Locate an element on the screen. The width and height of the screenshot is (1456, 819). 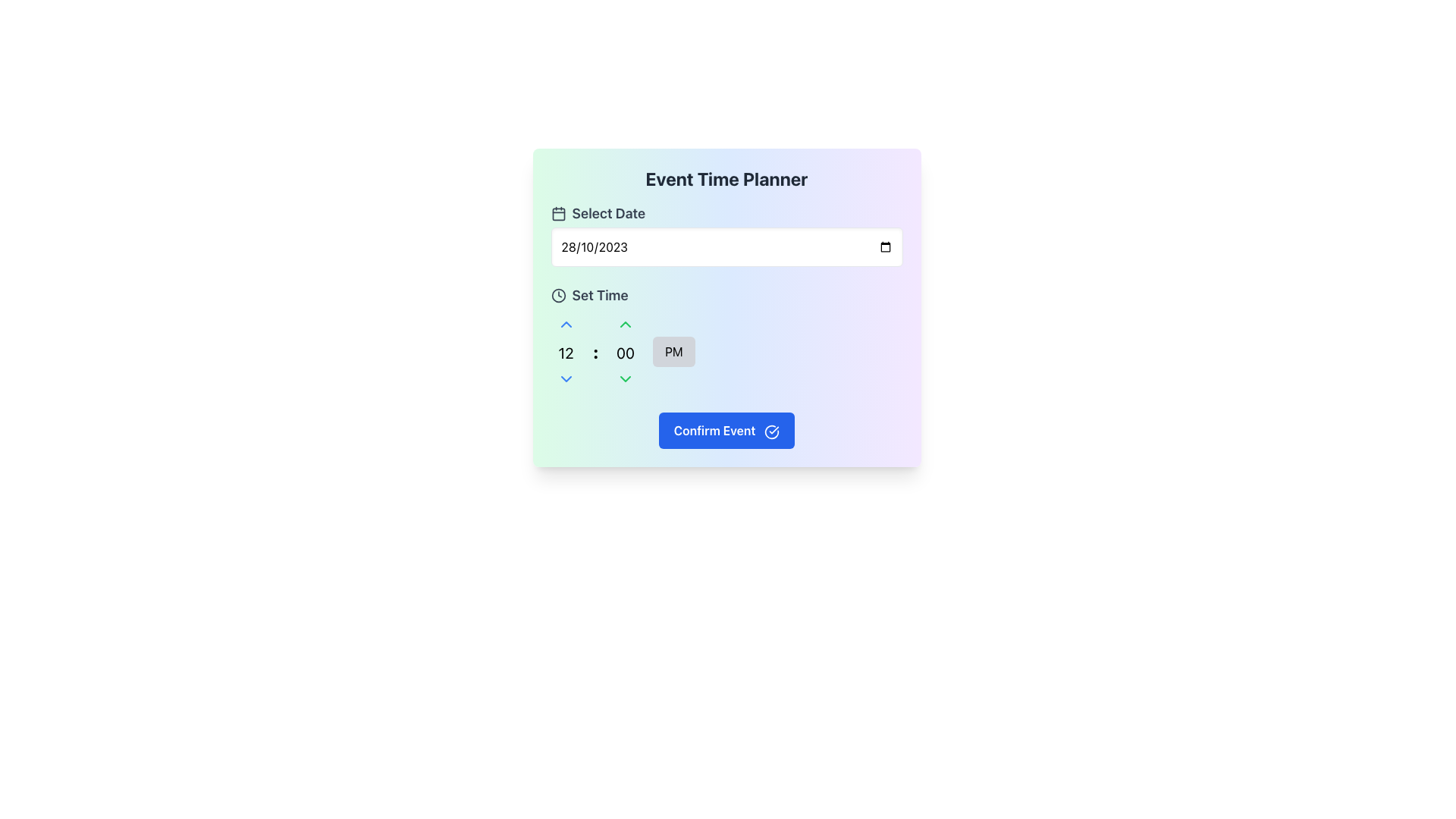
the affirmative icon located on the right side of the 'Confirm Event' button at the bottom of the modal is located at coordinates (772, 431).